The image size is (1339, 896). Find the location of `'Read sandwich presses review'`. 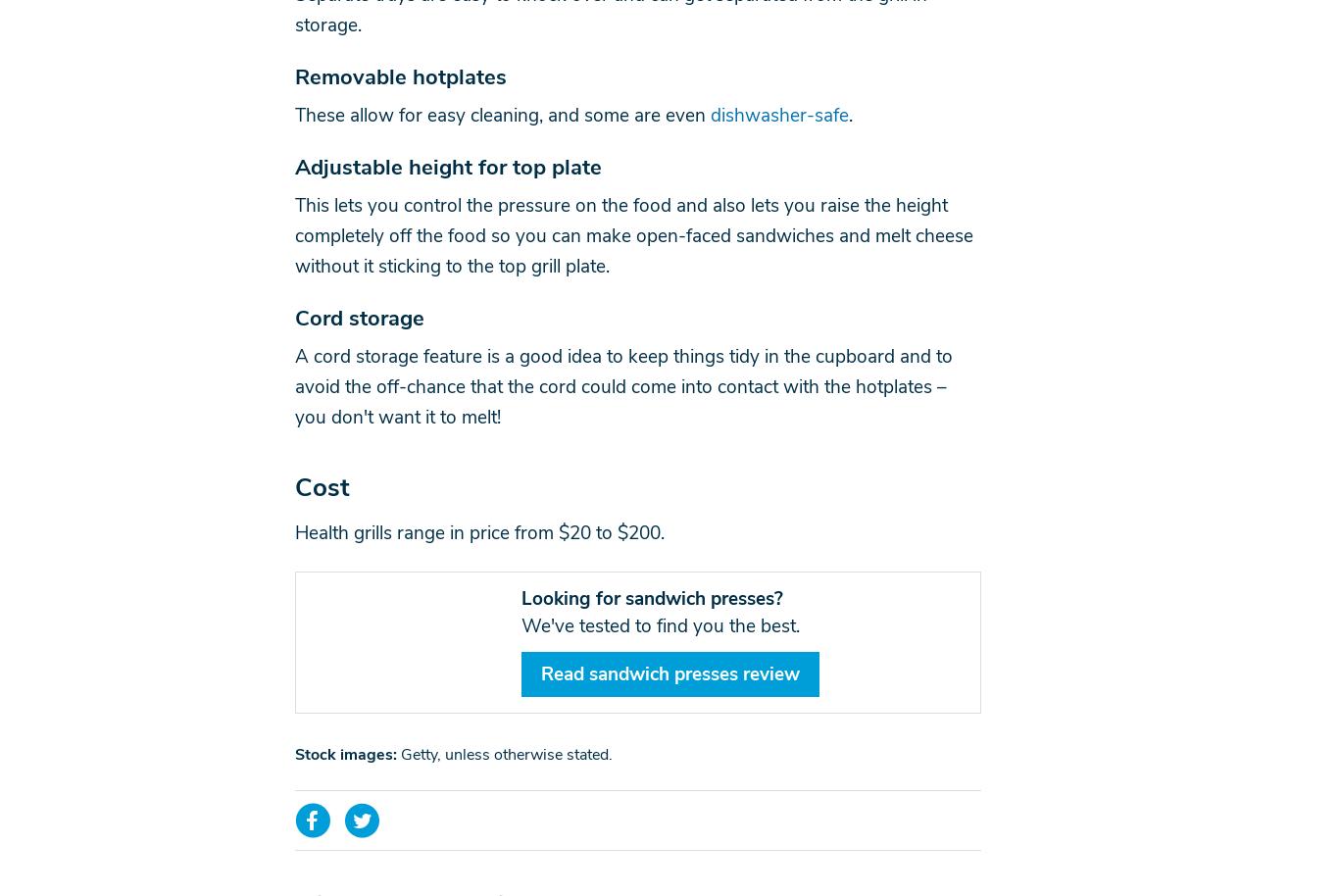

'Read sandwich presses review' is located at coordinates (669, 672).